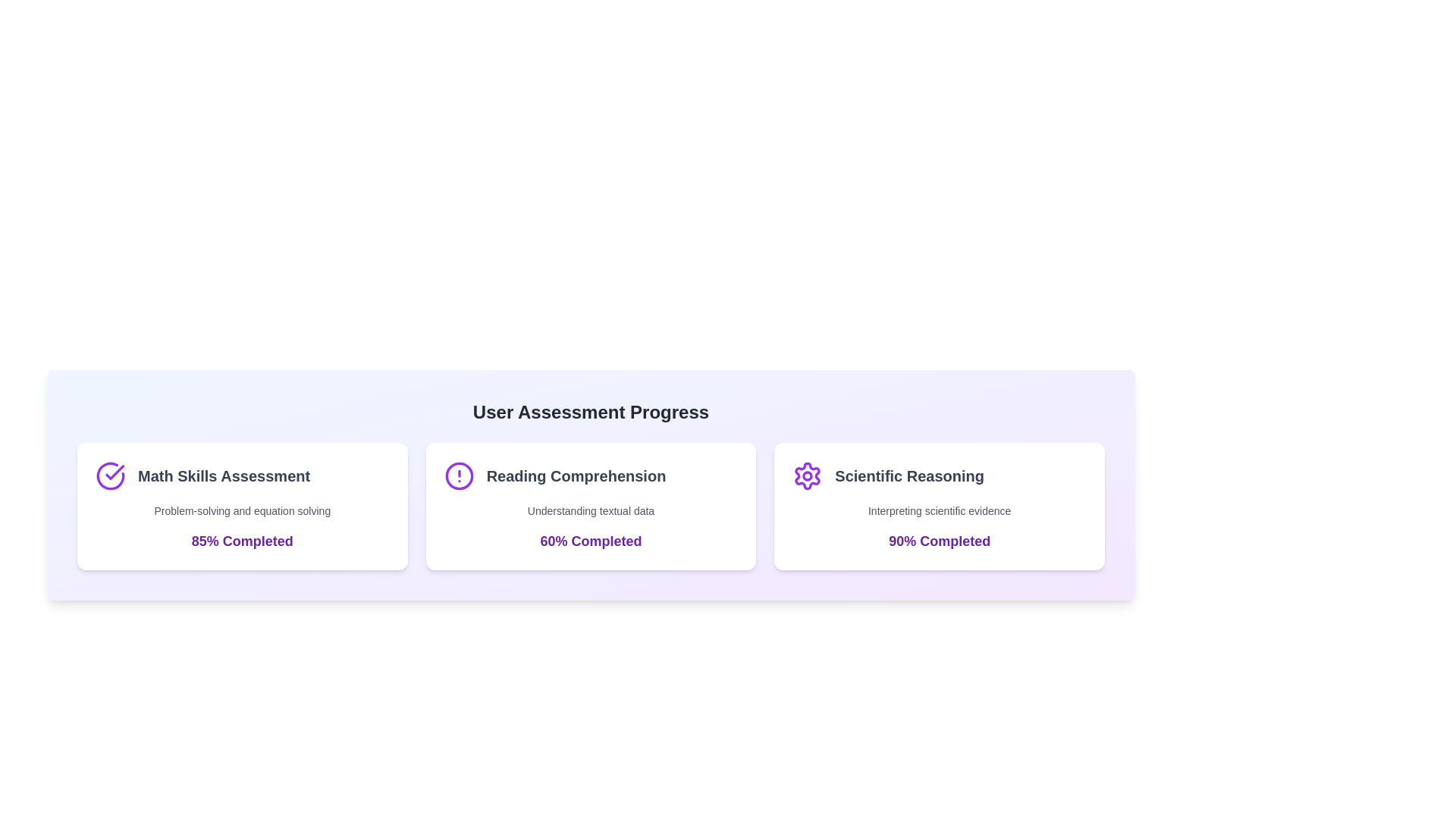 This screenshot has height=819, width=1456. What do you see at coordinates (590, 412) in the screenshot?
I see `the header text 'User Assessment Progress', which is styled in bold dark gray on a light gradient background, located prominently at the top of the content box` at bounding box center [590, 412].